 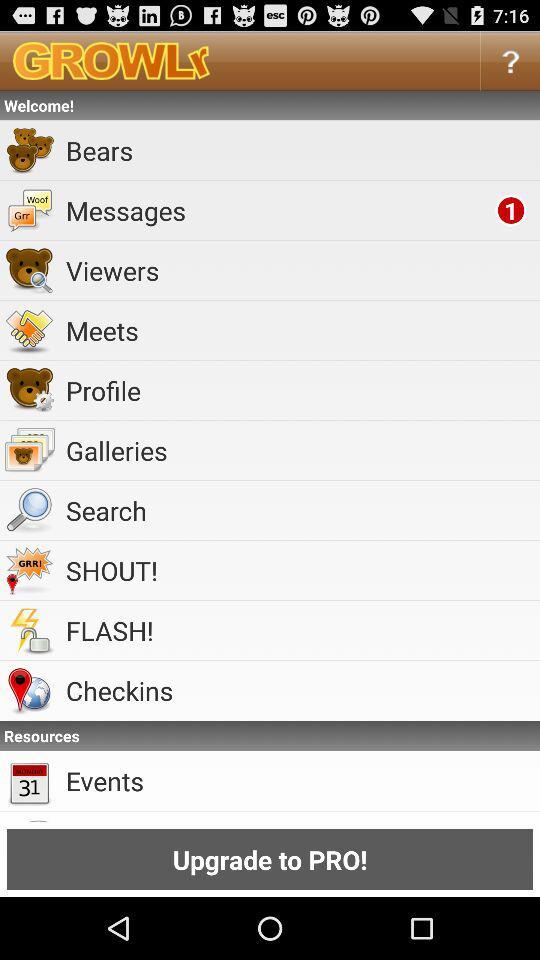 What do you see at coordinates (270, 734) in the screenshot?
I see `the resources item` at bounding box center [270, 734].